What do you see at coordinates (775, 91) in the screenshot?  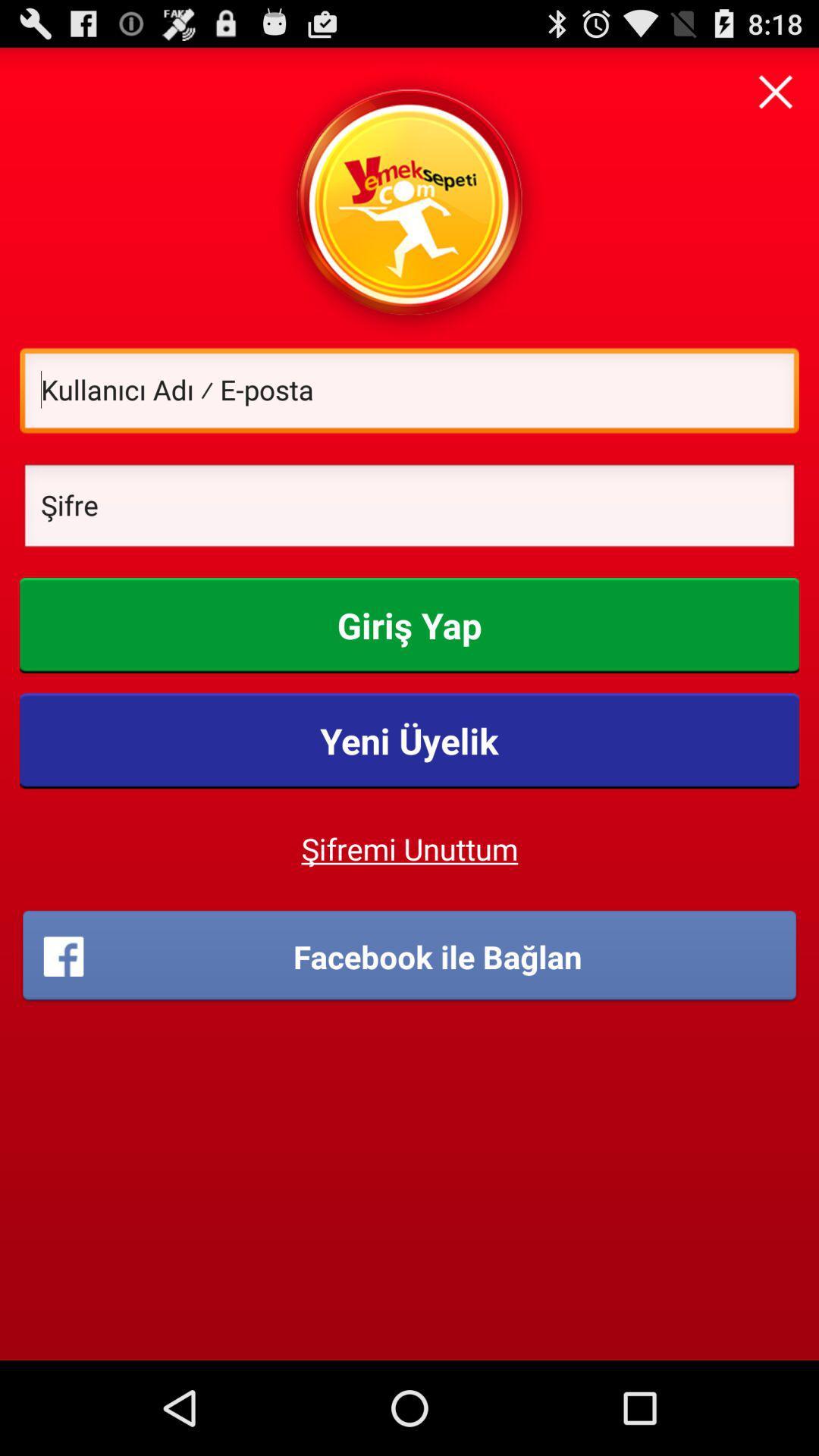 I see `the item at the top right corner` at bounding box center [775, 91].